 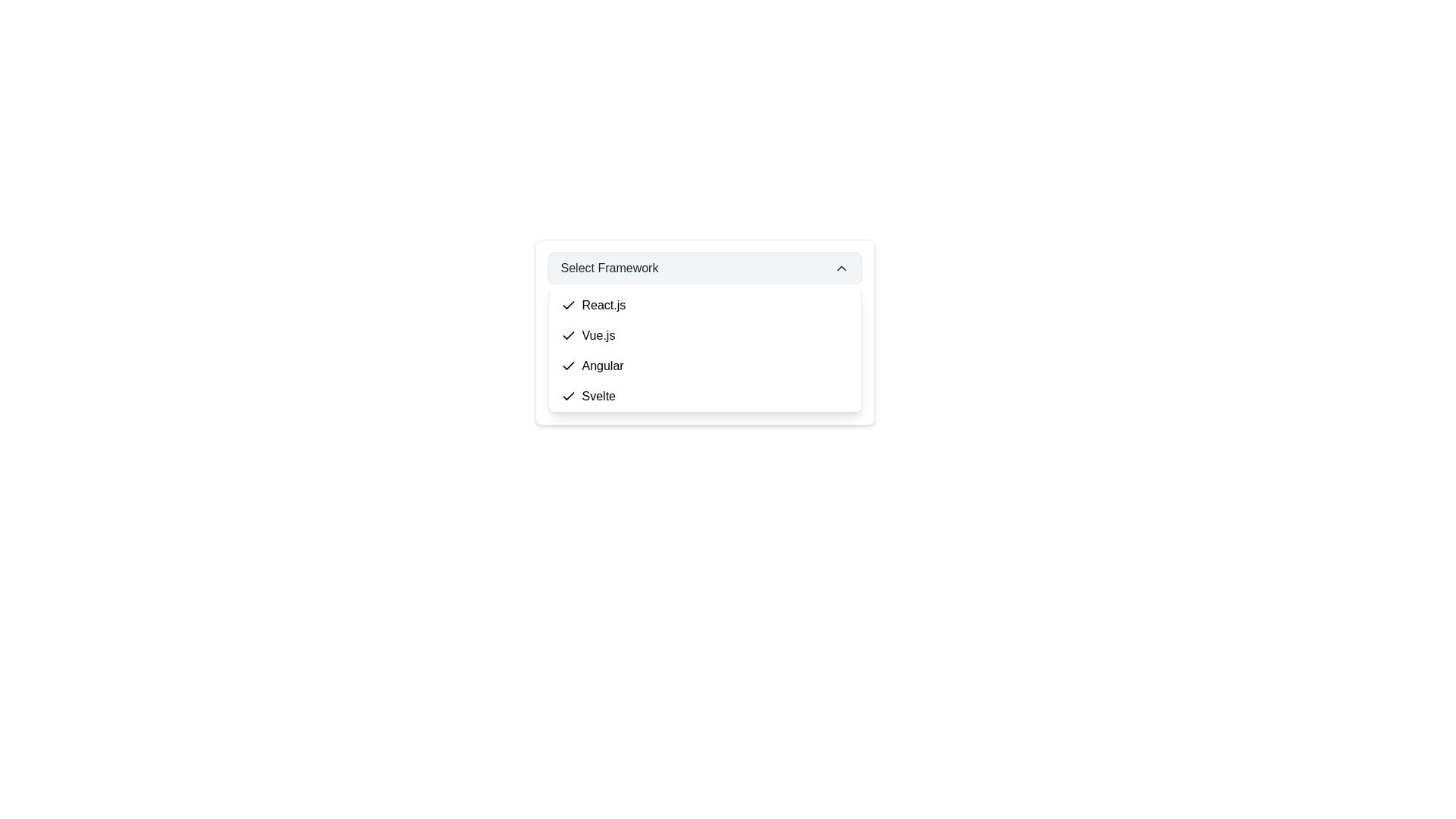 What do you see at coordinates (587, 396) in the screenshot?
I see `the text 'Svelte' in the dropdown menu titled 'Select Framework' to modify selection` at bounding box center [587, 396].